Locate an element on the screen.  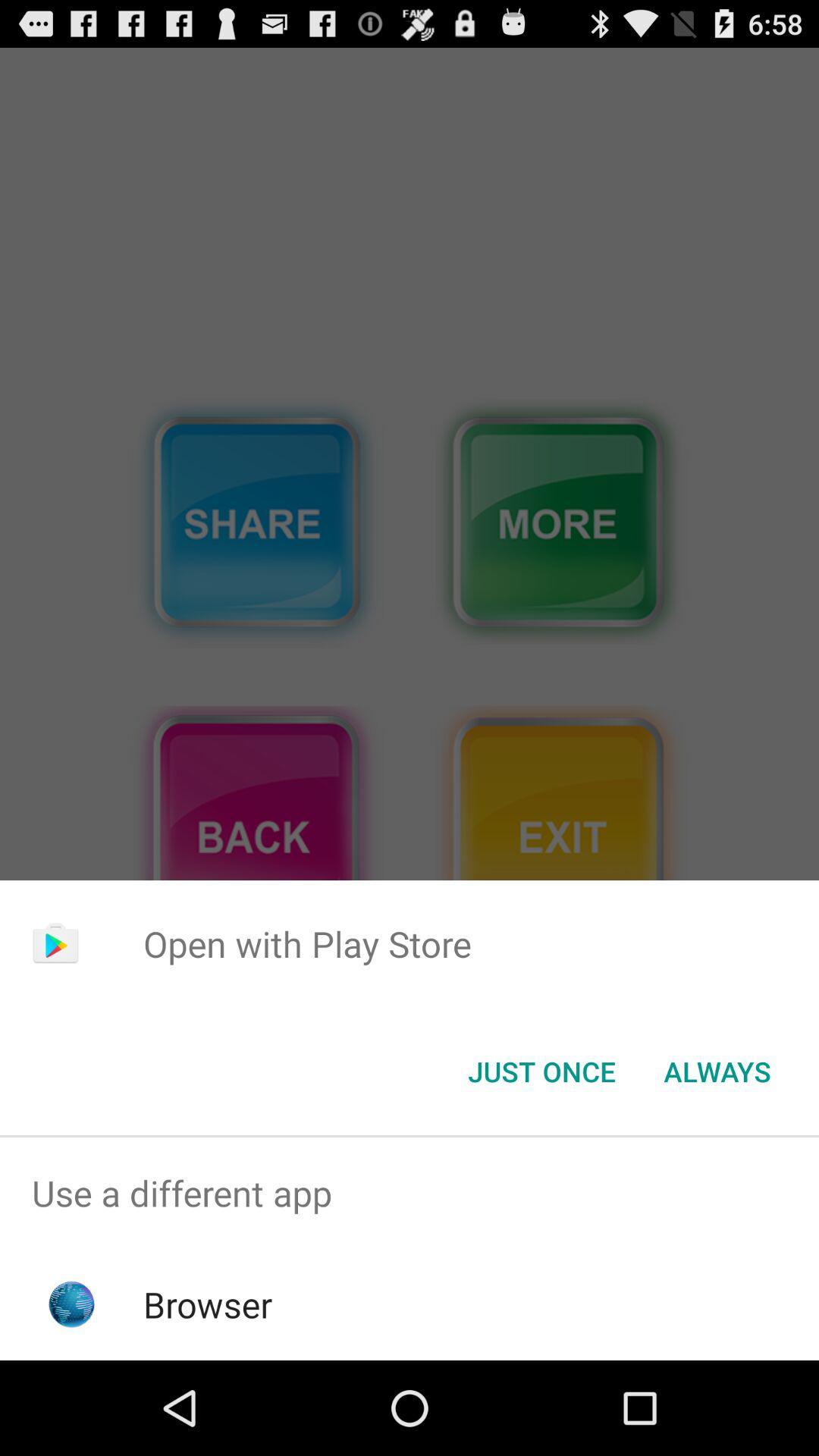
use a different is located at coordinates (409, 1192).